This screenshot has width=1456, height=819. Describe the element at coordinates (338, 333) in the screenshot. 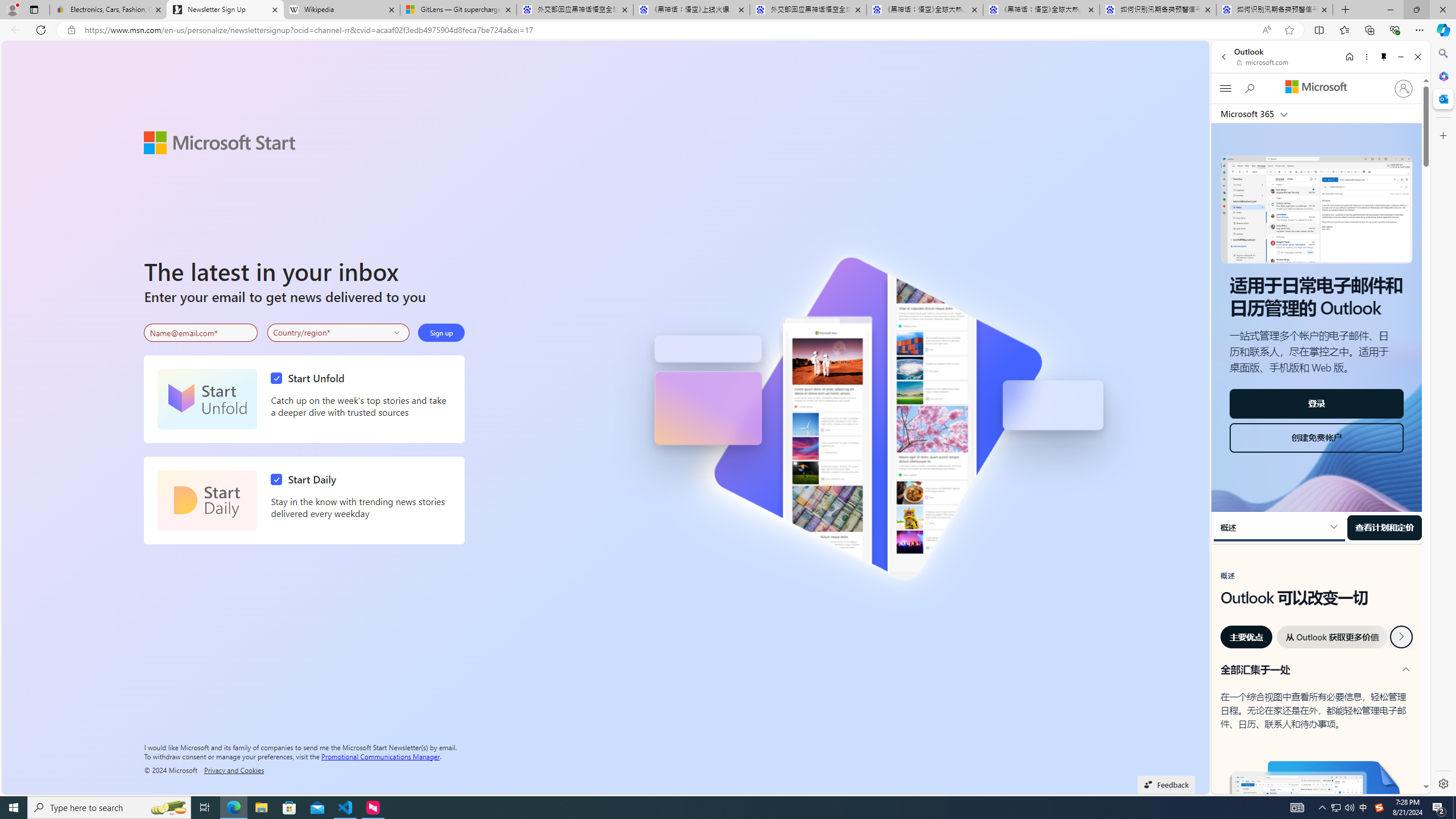

I see `'Select your country'` at that location.